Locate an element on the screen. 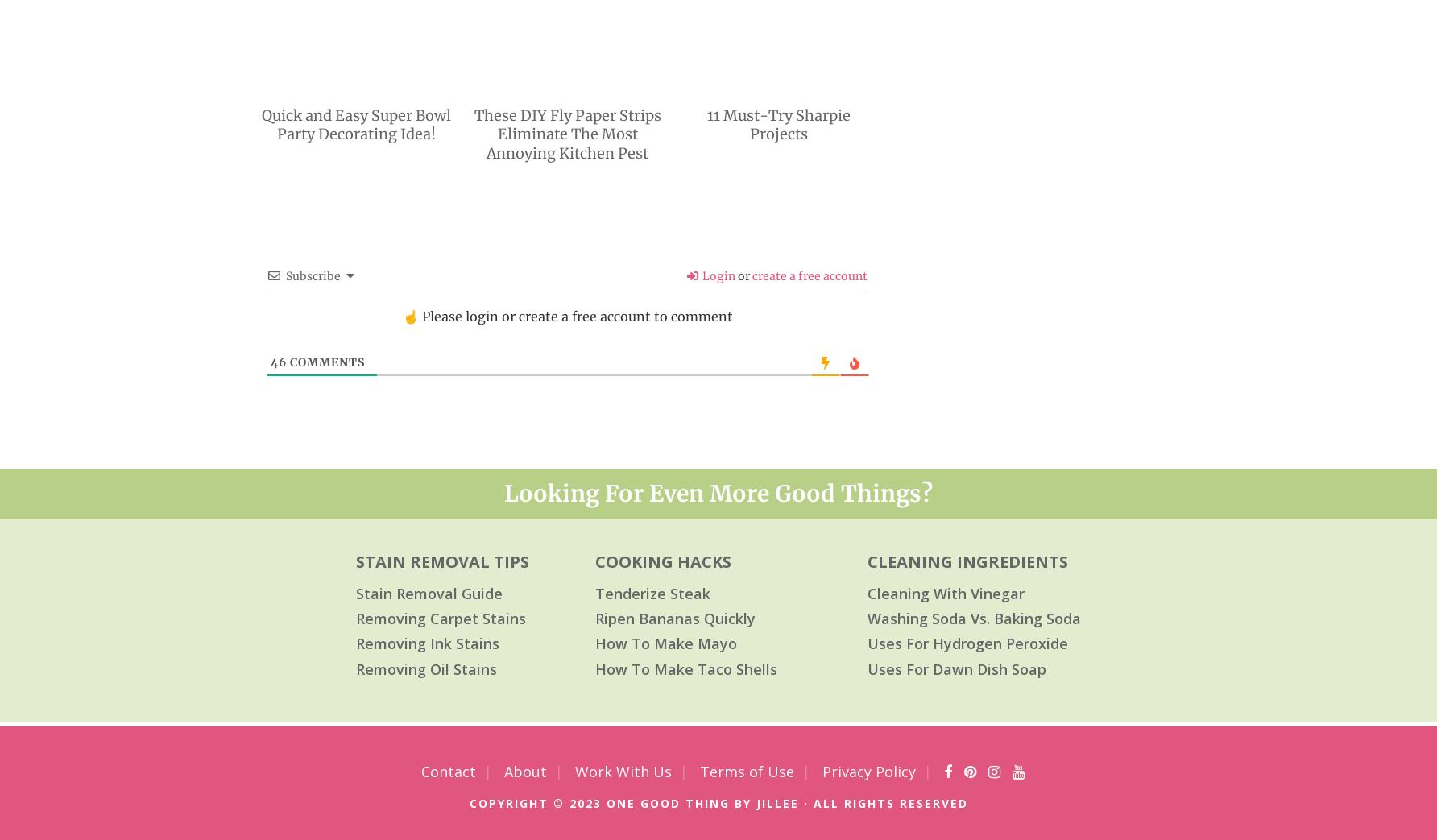 The width and height of the screenshot is (1437, 840). 'Uses For Hydrogen Peroxide' is located at coordinates (967, 643).